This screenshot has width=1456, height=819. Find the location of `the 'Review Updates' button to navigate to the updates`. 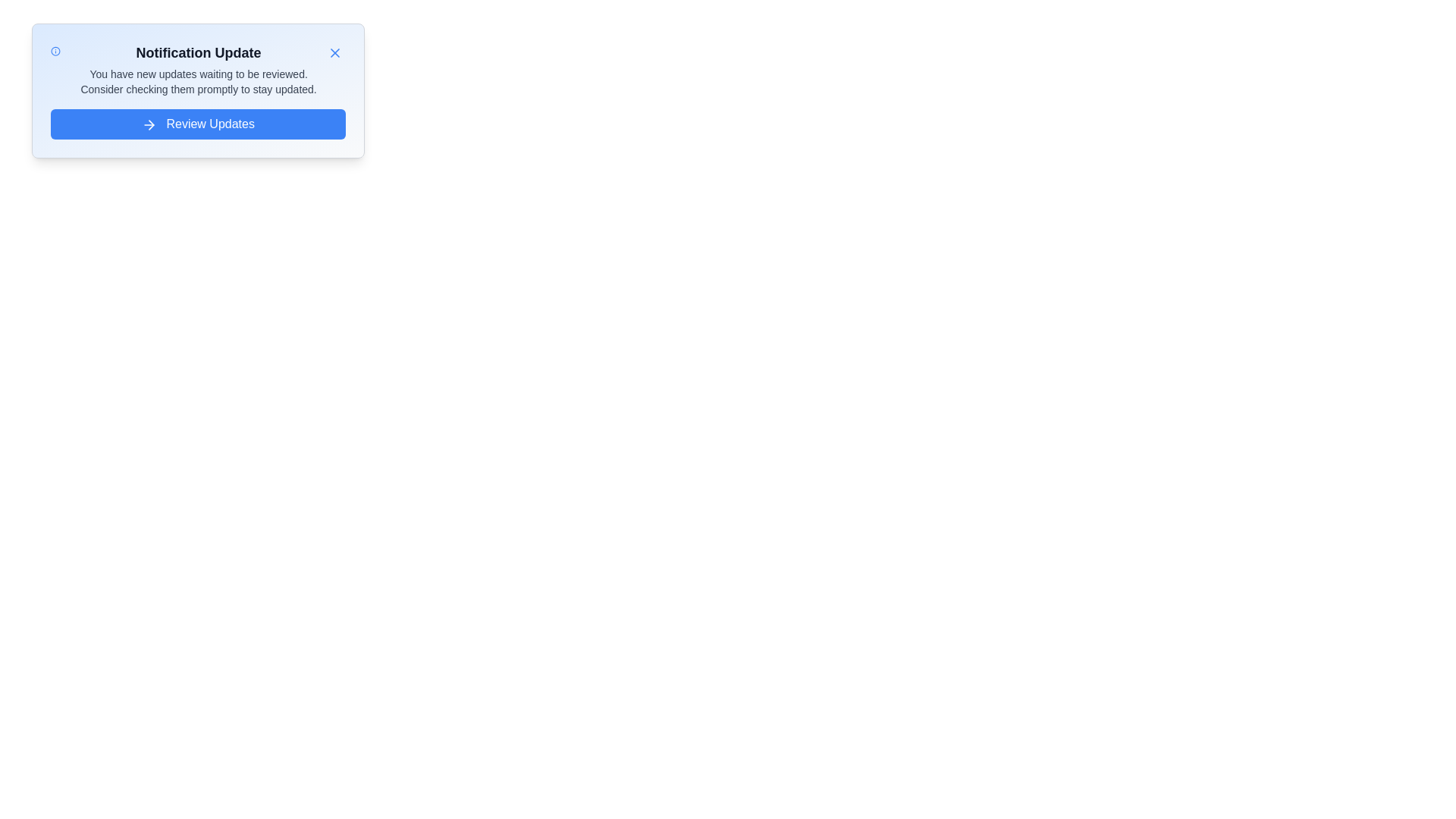

the 'Review Updates' button to navigate to the updates is located at coordinates (197, 124).